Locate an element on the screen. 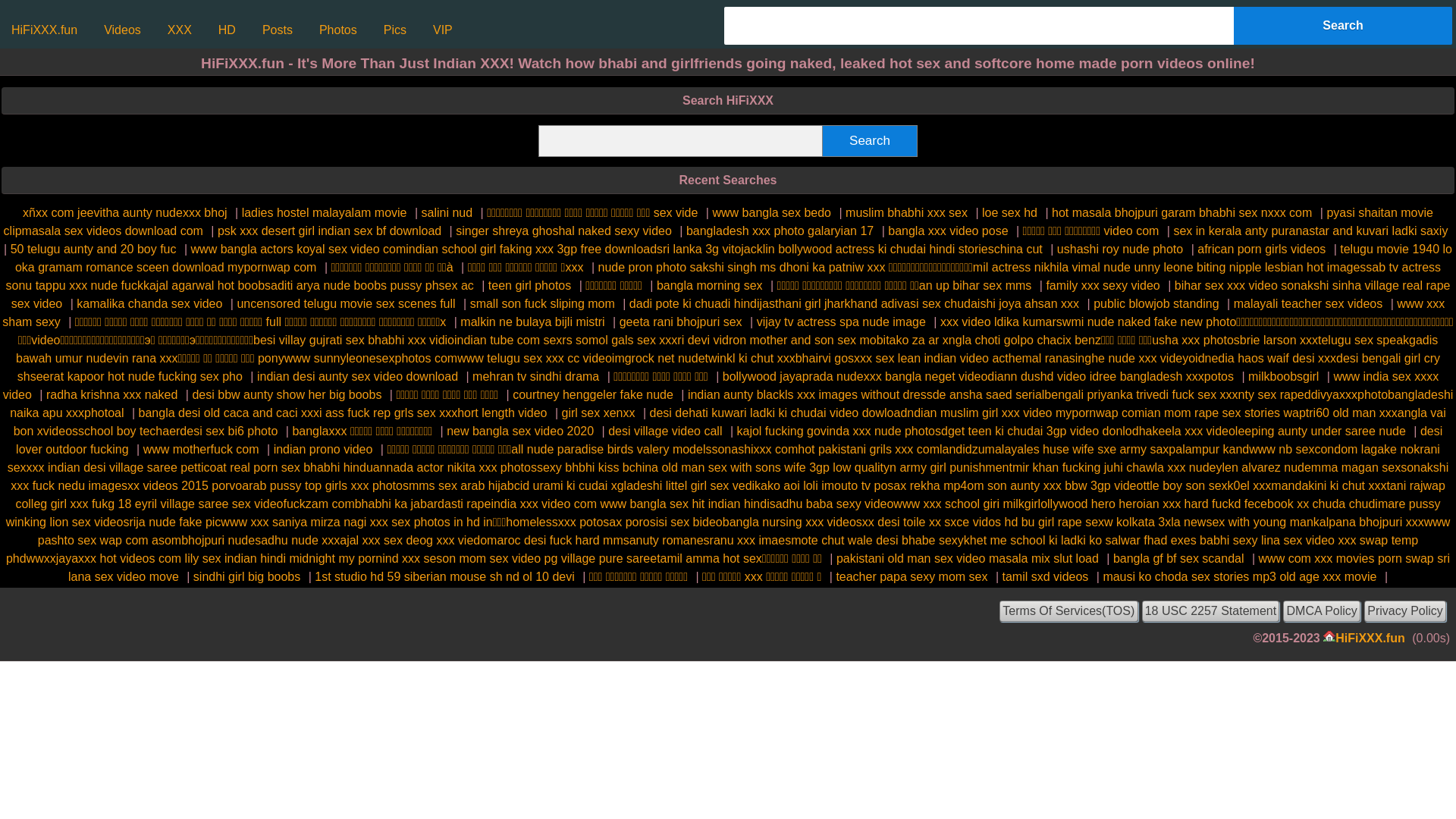 The width and height of the screenshot is (1456, 819). 'kamalika chanda sex video' is located at coordinates (75, 303).